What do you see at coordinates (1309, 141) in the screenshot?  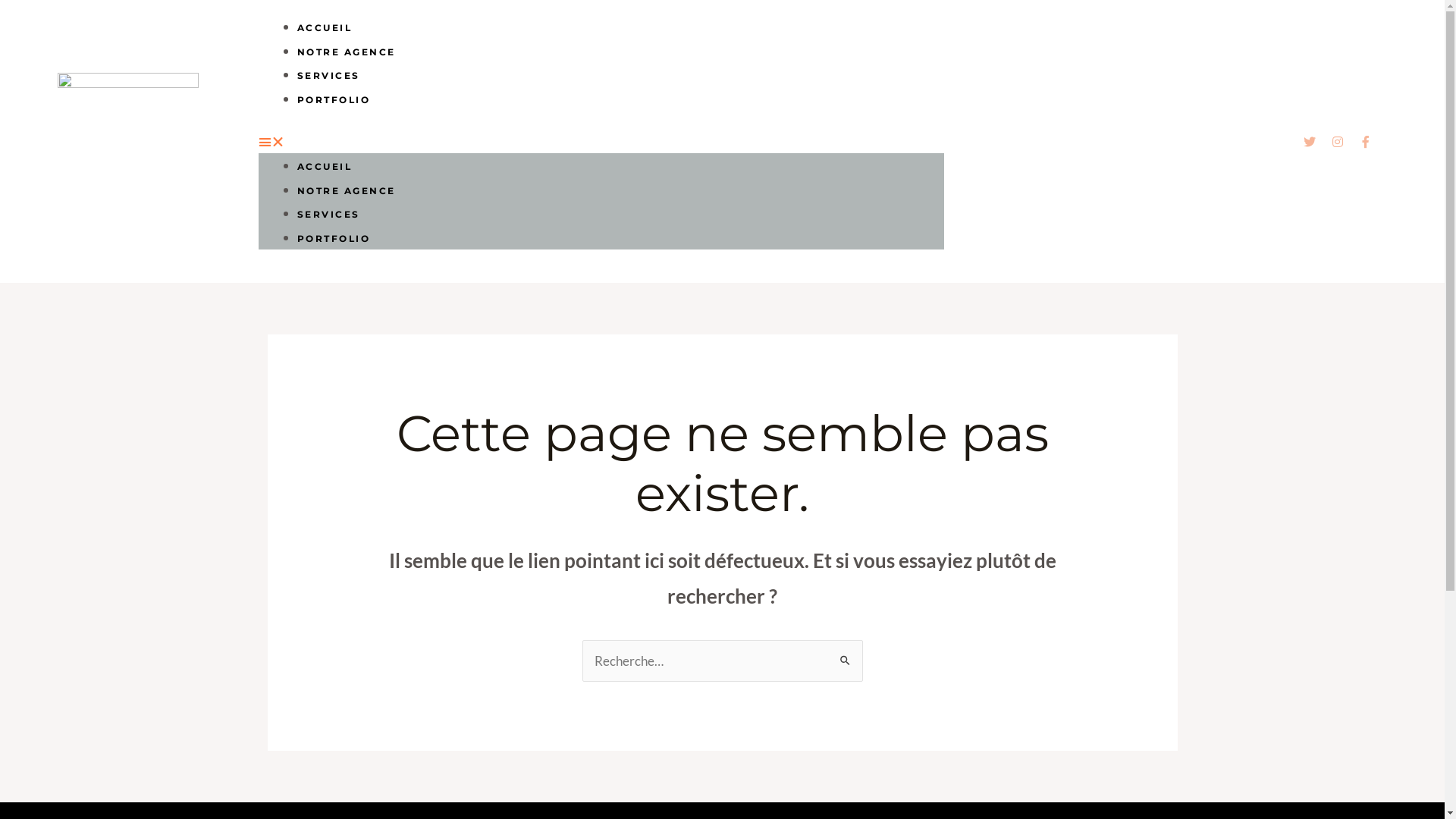 I see `'Twitter'` at bounding box center [1309, 141].